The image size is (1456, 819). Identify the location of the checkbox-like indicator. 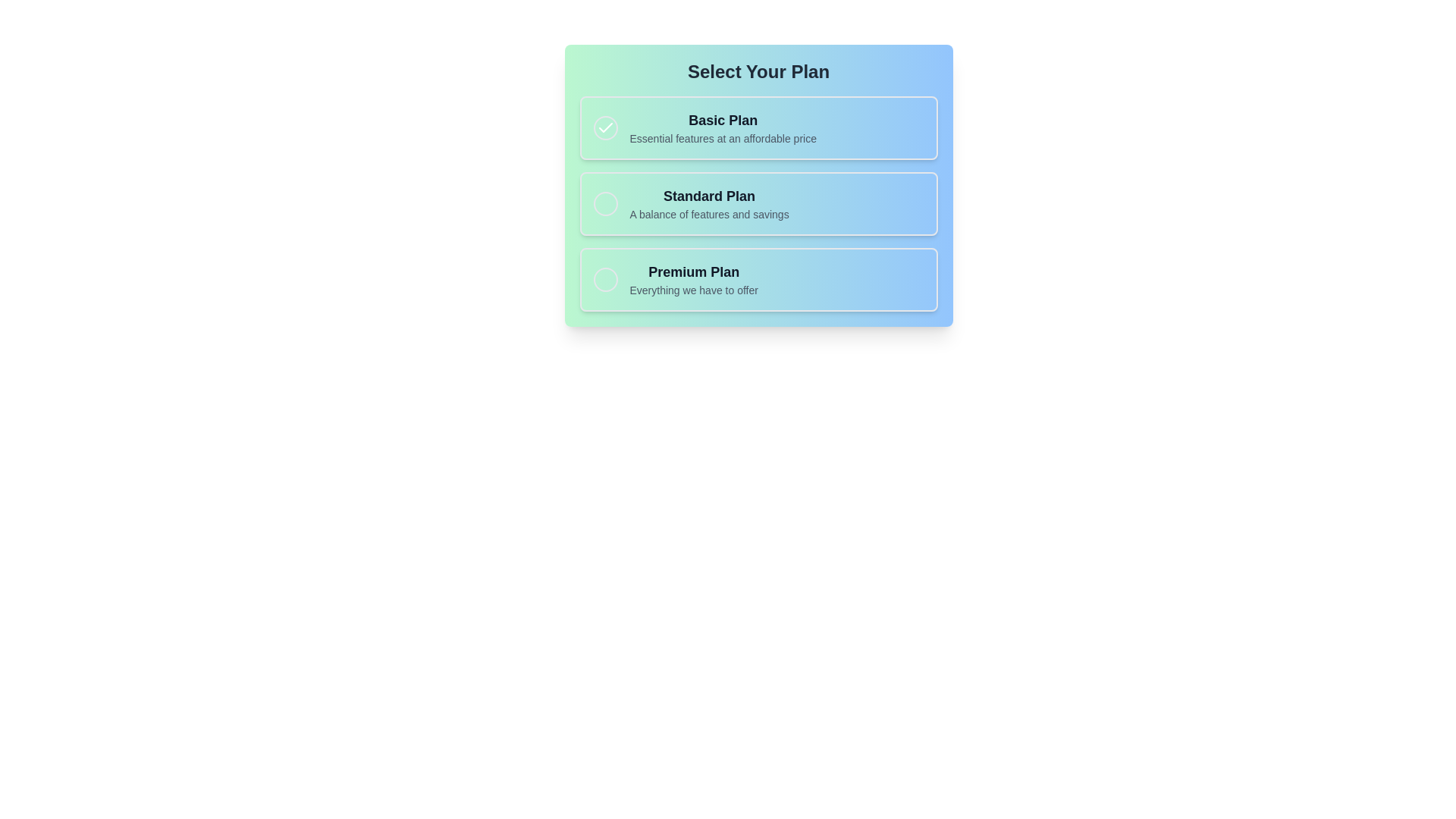
(604, 127).